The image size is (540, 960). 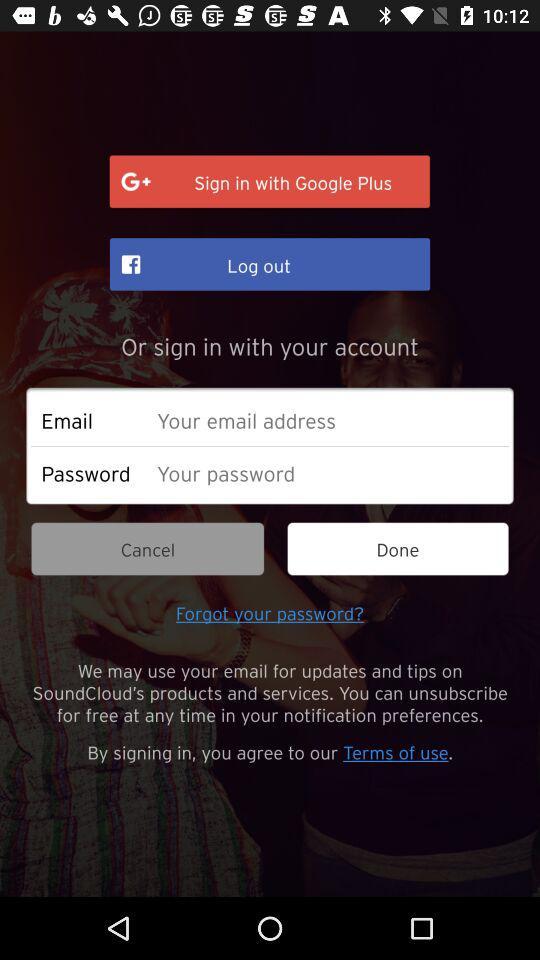 What do you see at coordinates (327, 472) in the screenshot?
I see `the password` at bounding box center [327, 472].